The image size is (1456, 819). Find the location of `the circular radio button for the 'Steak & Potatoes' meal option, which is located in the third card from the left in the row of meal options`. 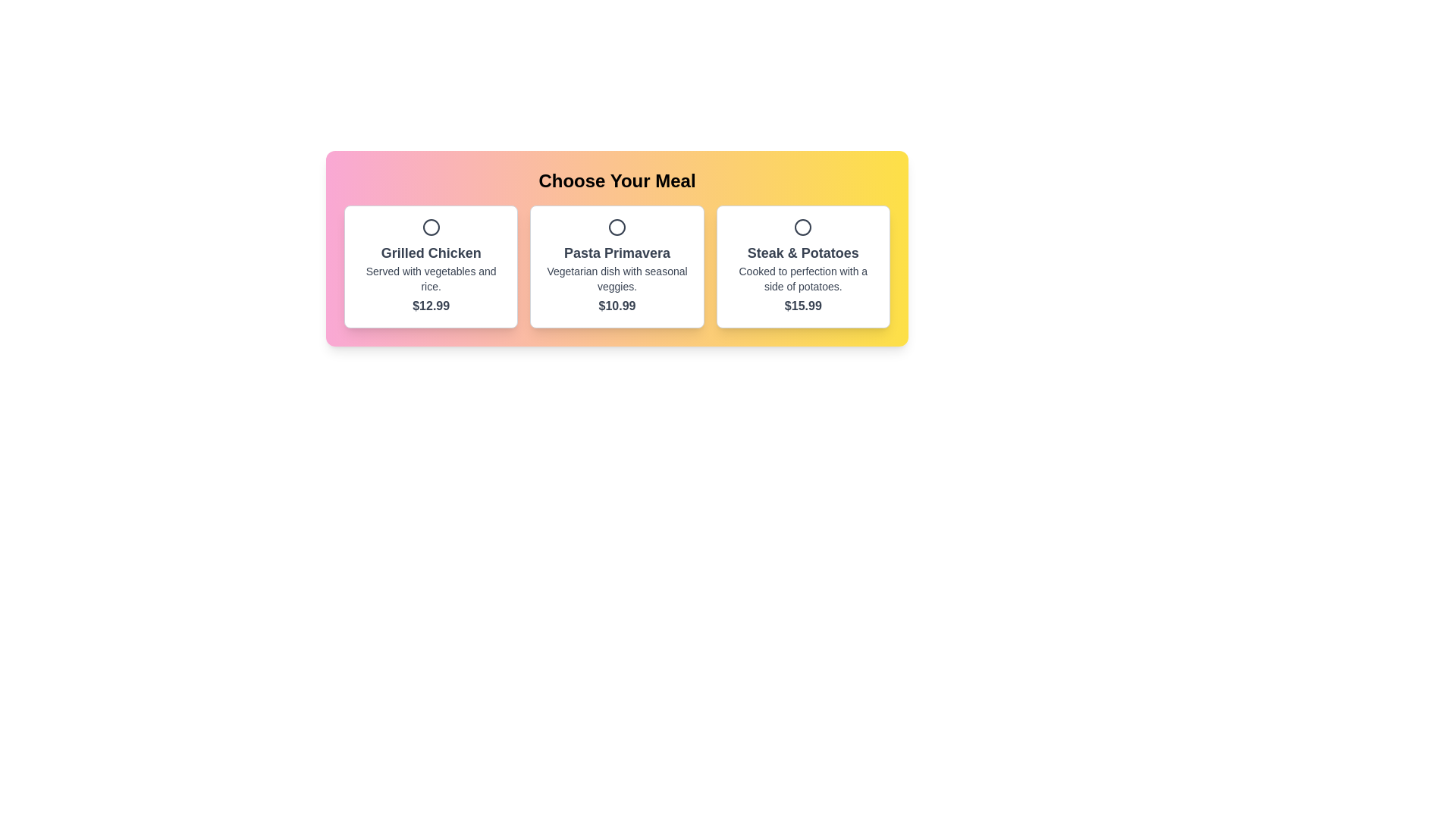

the circular radio button for the 'Steak & Potatoes' meal option, which is located in the third card from the left in the row of meal options is located at coordinates (802, 227).